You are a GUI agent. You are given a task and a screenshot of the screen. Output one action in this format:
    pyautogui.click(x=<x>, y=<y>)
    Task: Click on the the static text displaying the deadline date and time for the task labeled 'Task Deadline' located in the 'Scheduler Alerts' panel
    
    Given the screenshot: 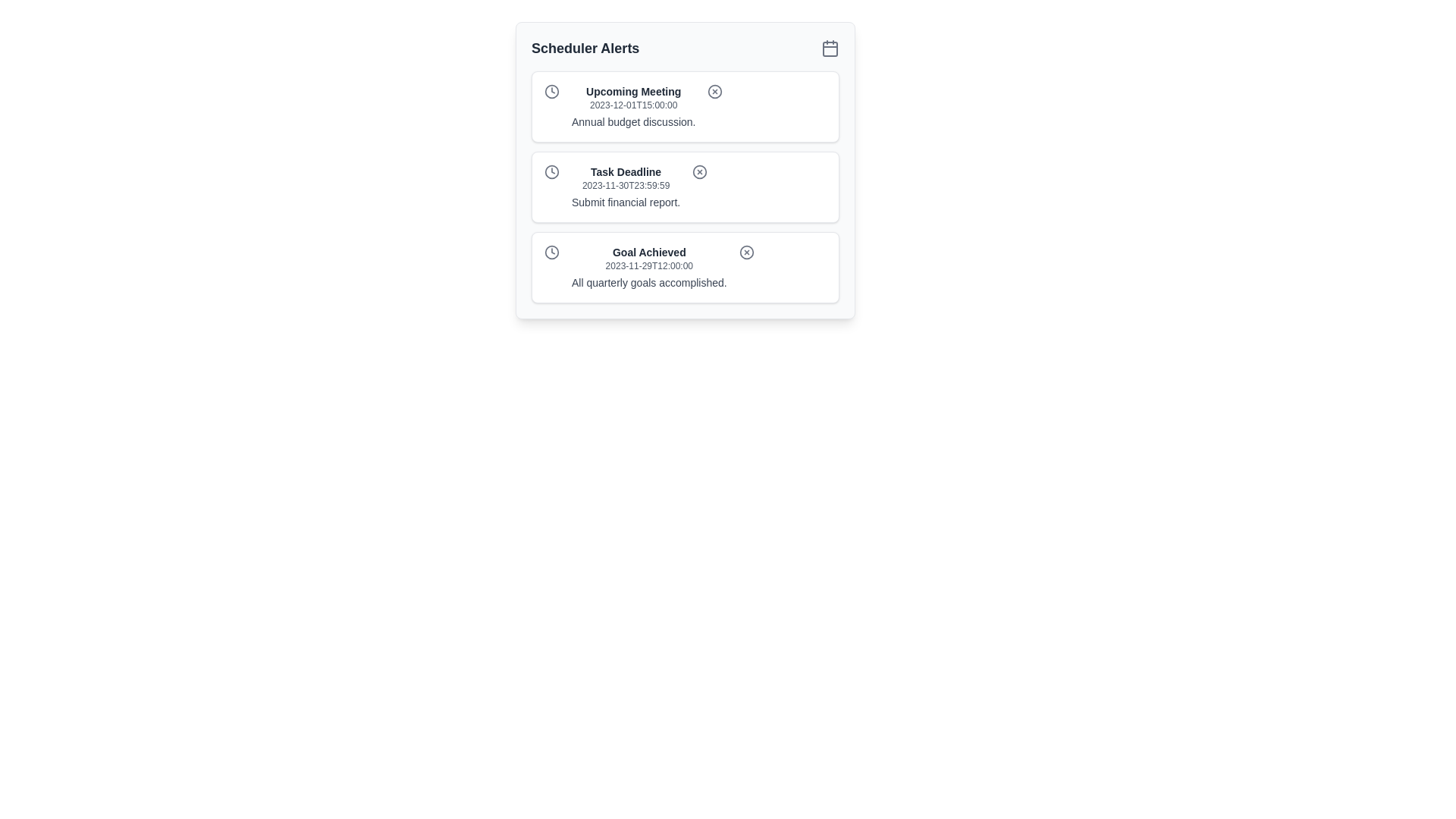 What is the action you would take?
    pyautogui.click(x=626, y=185)
    